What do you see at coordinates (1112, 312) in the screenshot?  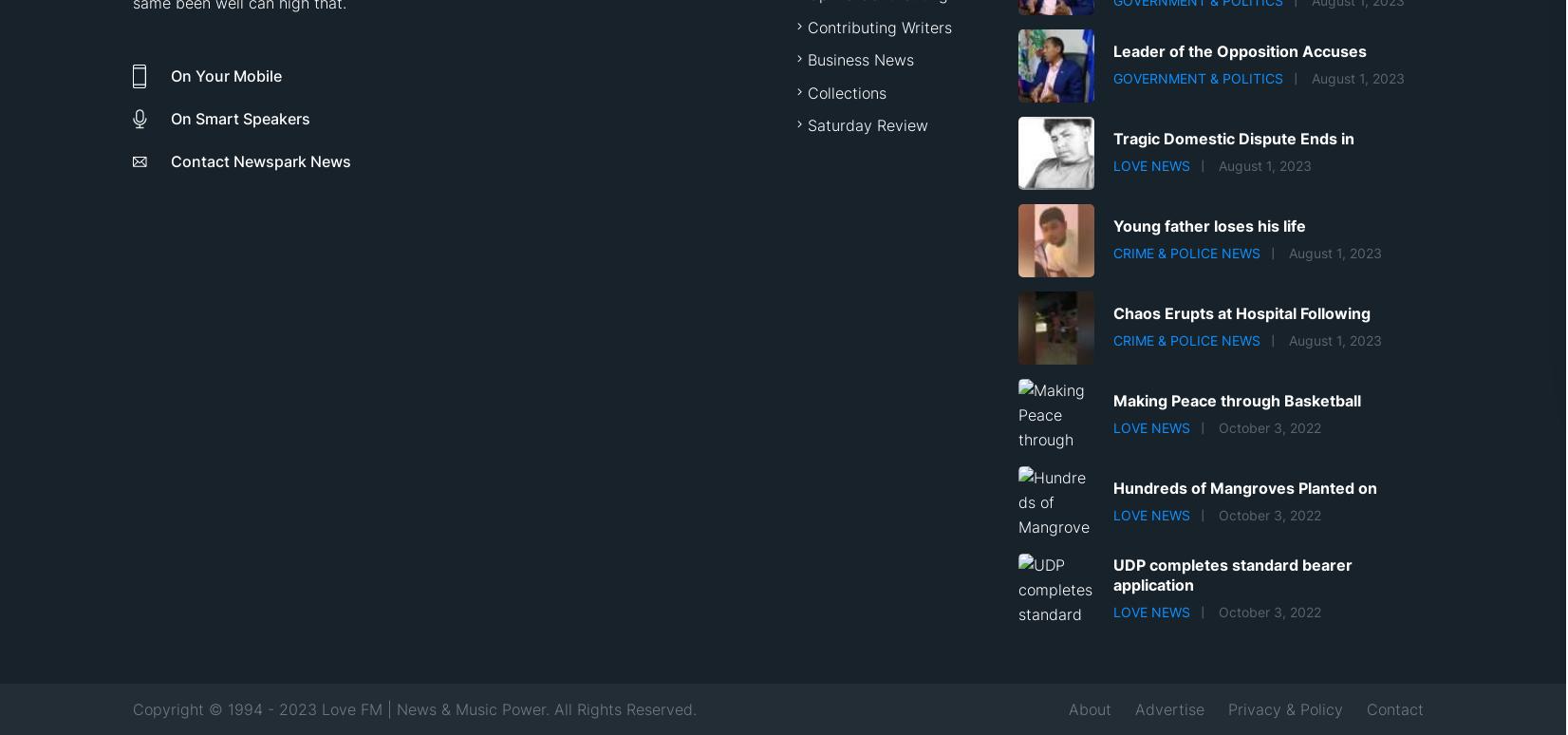 I see `'Chaos Erupts at Hospital Following'` at bounding box center [1112, 312].